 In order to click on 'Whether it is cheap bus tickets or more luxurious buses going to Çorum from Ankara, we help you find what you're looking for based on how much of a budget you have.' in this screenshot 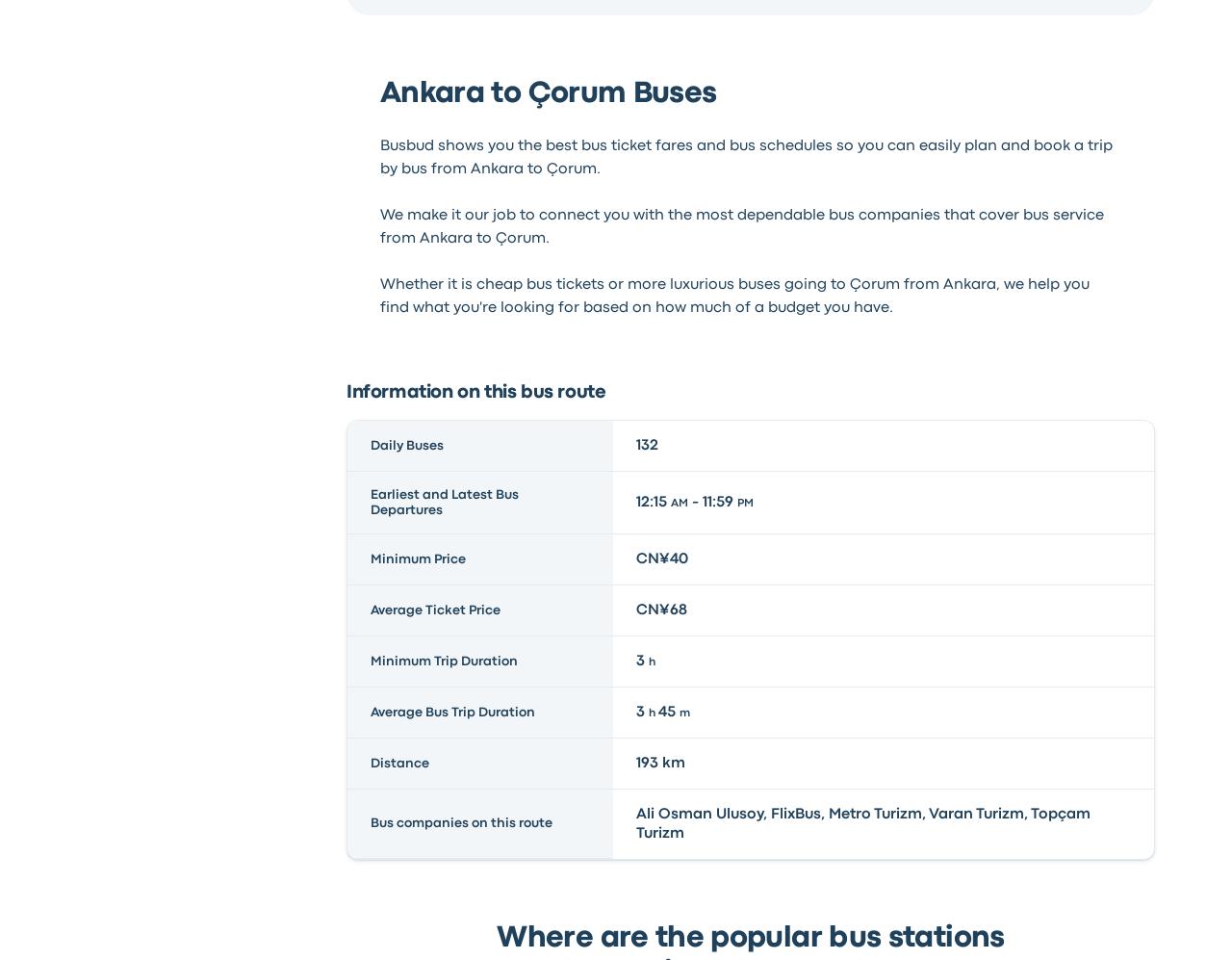, I will do `click(732, 295)`.